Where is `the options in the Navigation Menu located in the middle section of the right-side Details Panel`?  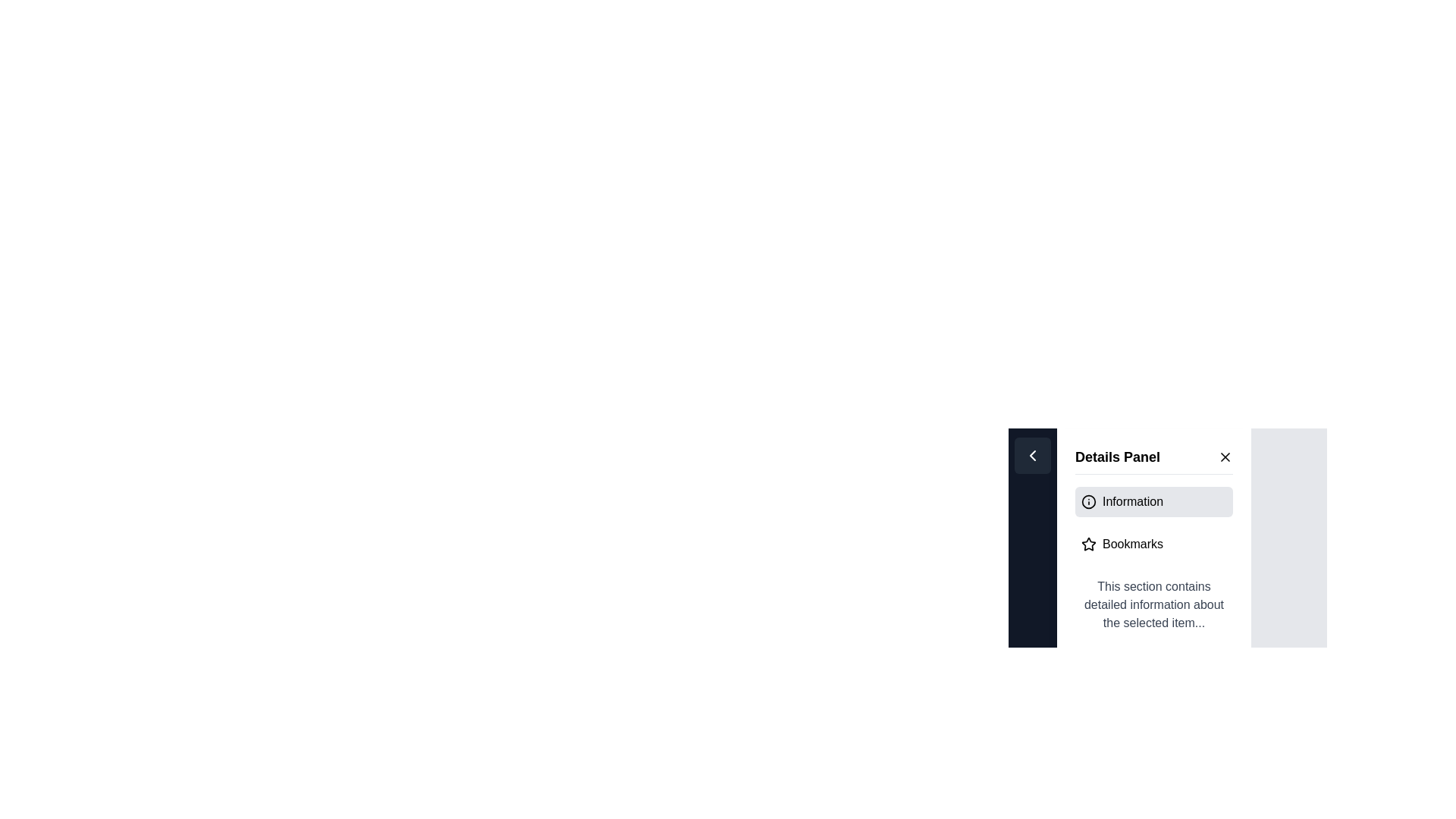
the options in the Navigation Menu located in the middle section of the right-side Details Panel is located at coordinates (1153, 522).